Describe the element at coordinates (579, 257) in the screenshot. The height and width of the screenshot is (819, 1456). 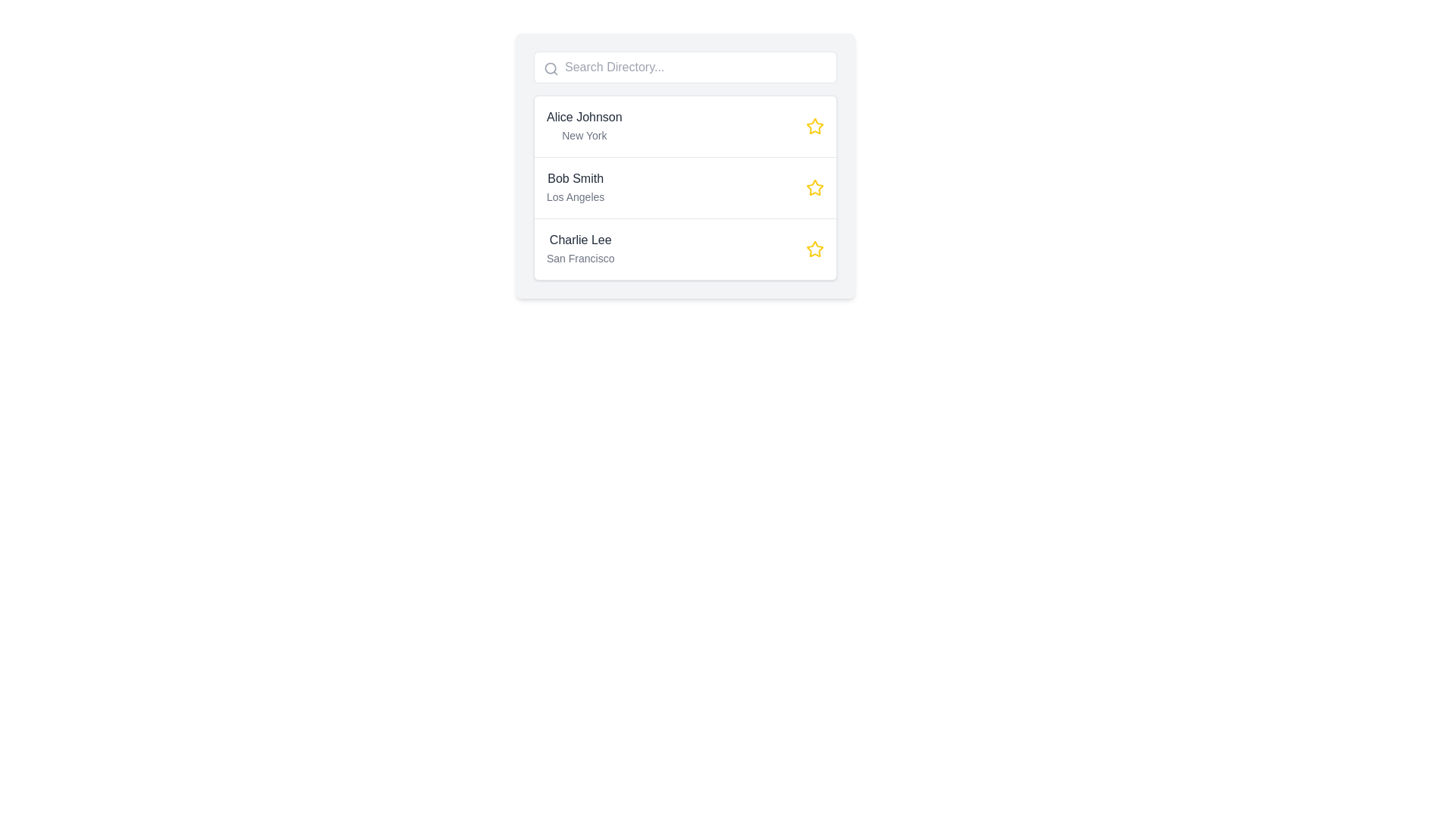
I see `the text label displaying 'San Francisco' in light gray font, located beneath 'Charlie Lee' in the directory listing` at that location.